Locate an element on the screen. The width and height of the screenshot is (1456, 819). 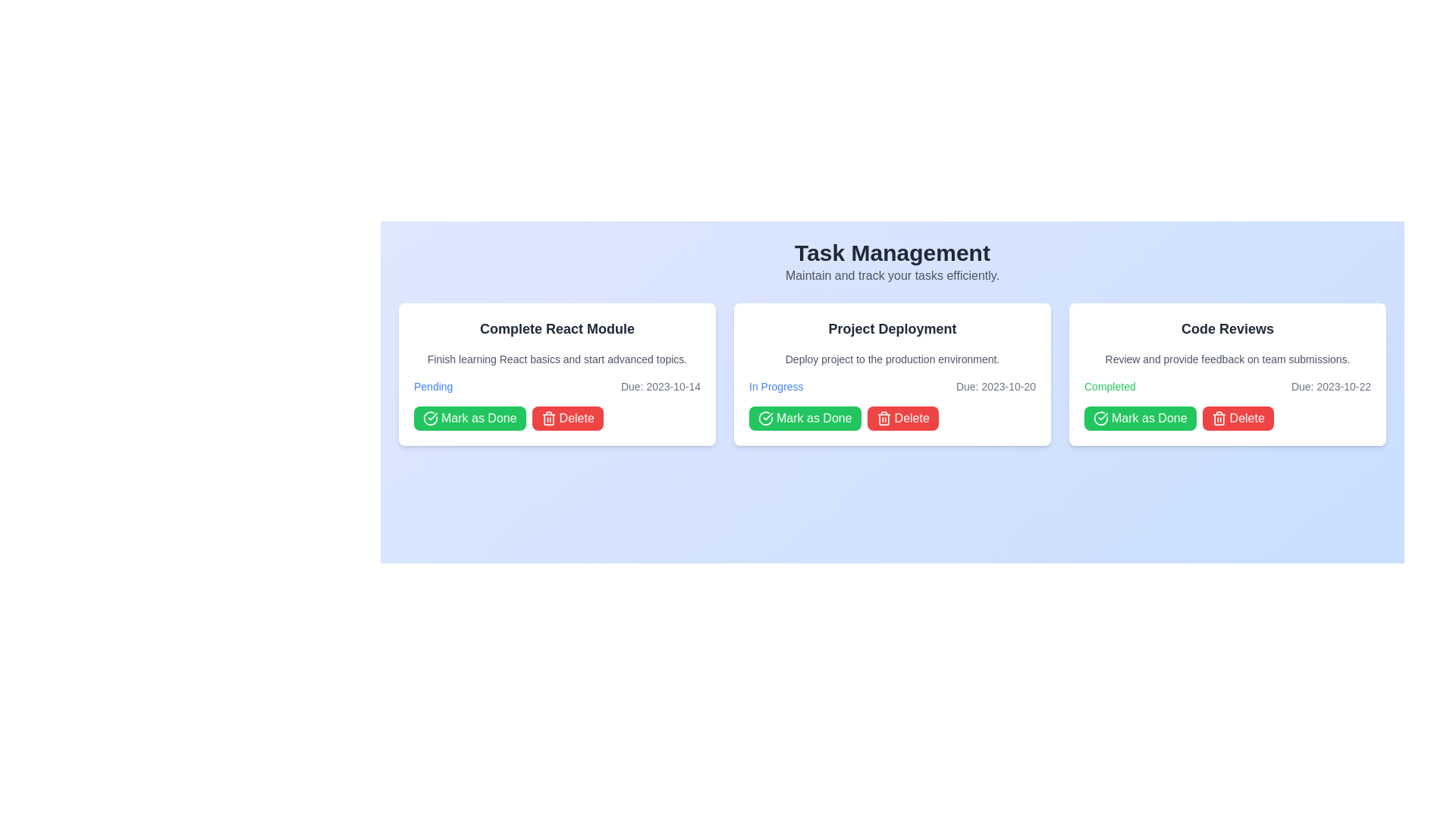
the 'Mark as Done' button located in the task card titled 'Project Deployment' to update the task's status as completed is located at coordinates (804, 418).